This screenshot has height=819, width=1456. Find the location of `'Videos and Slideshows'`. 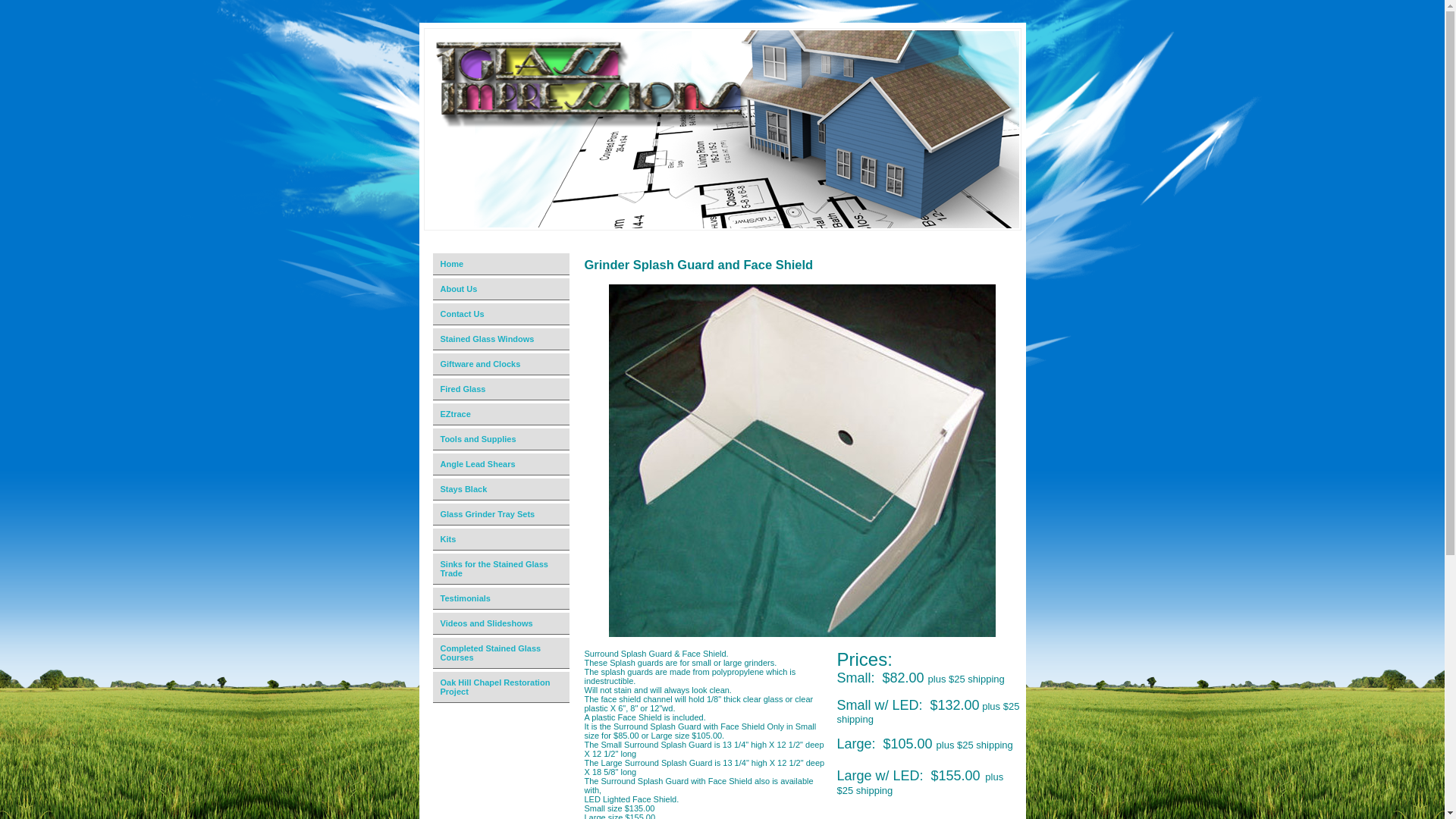

'Videos and Slideshows' is located at coordinates (425, 623).